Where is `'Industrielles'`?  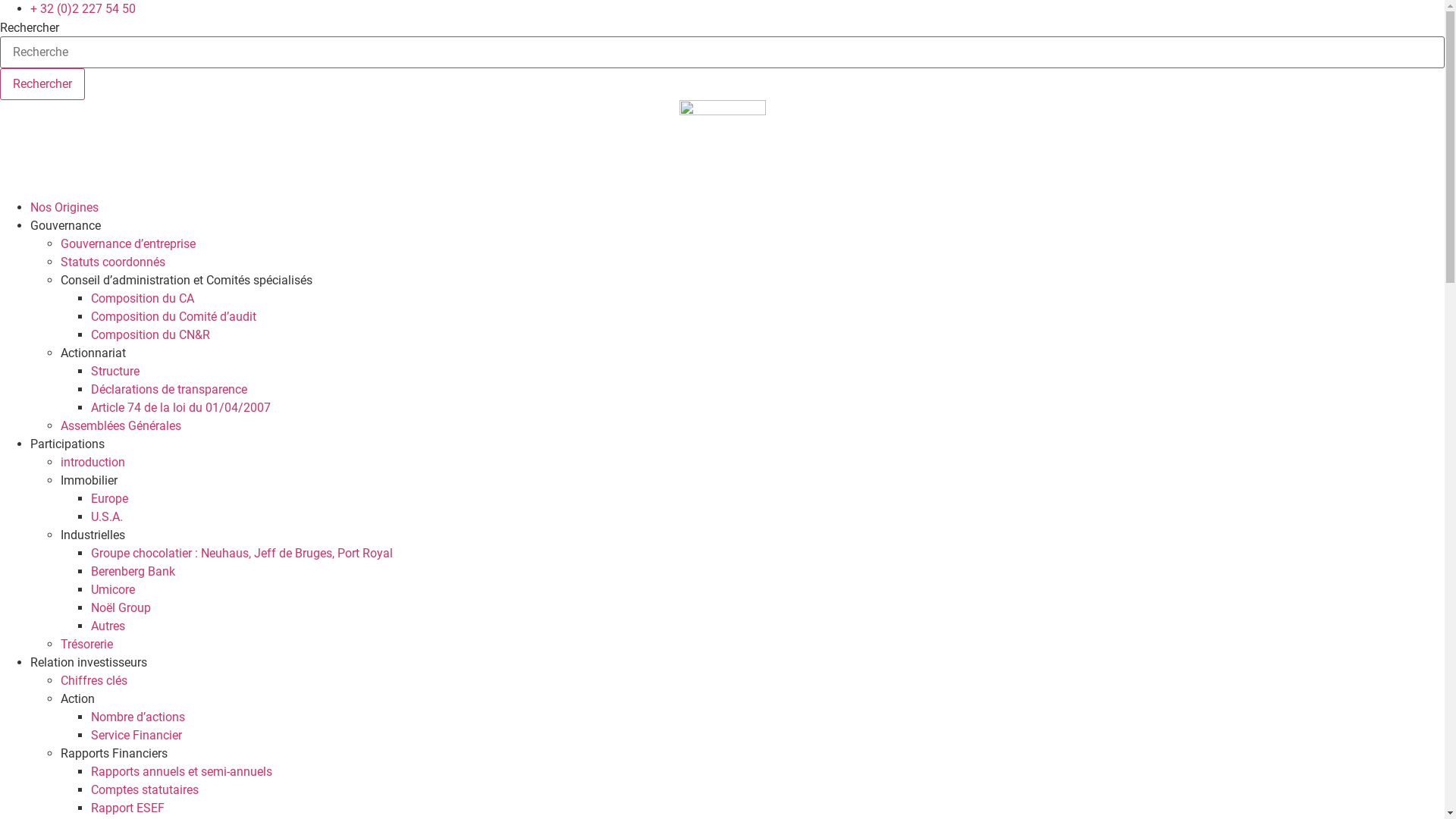 'Industrielles' is located at coordinates (61, 534).